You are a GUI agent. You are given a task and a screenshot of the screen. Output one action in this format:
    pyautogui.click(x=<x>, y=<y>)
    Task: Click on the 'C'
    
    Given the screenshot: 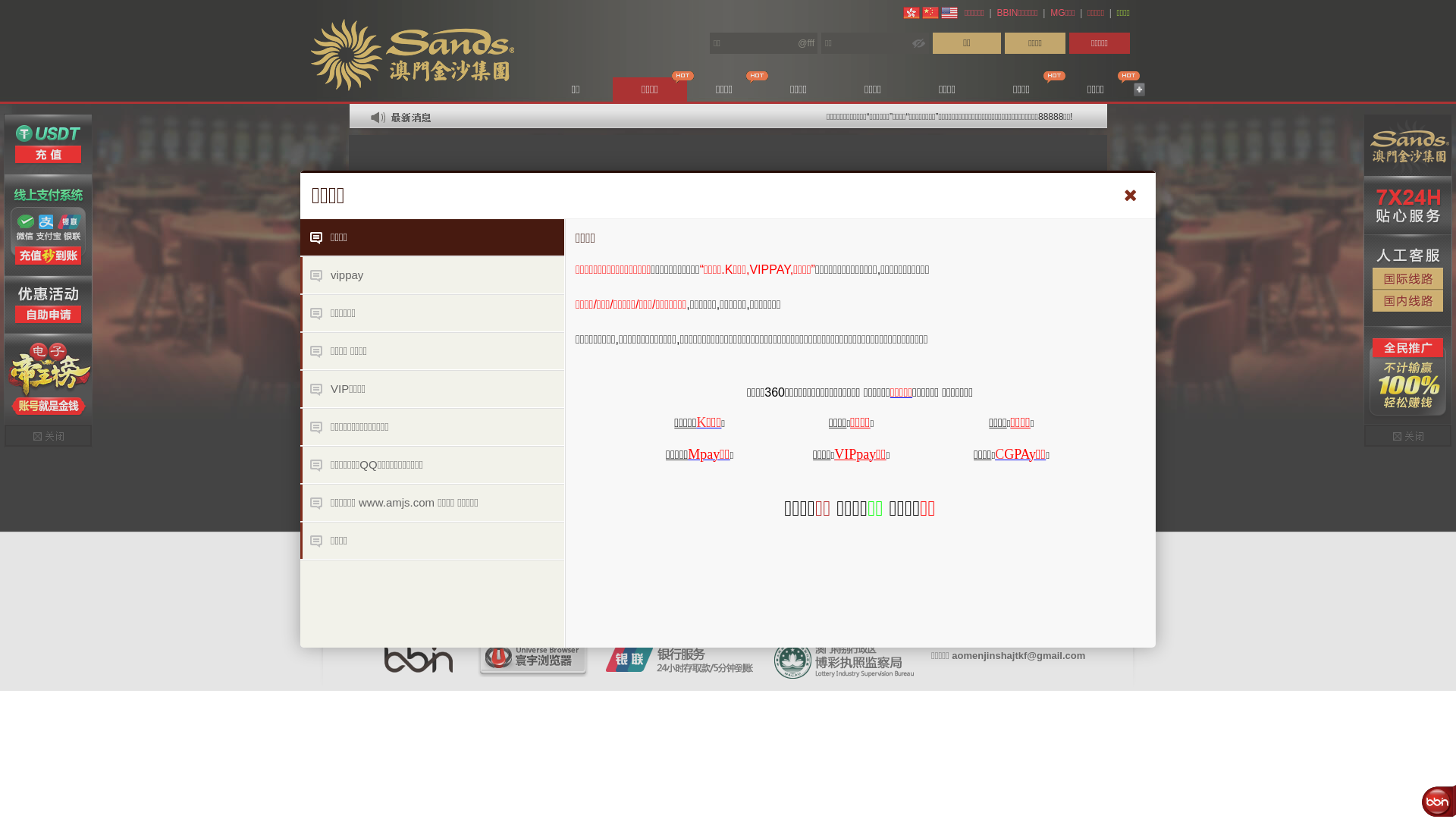 What is the action you would take?
    pyautogui.click(x=999, y=452)
    